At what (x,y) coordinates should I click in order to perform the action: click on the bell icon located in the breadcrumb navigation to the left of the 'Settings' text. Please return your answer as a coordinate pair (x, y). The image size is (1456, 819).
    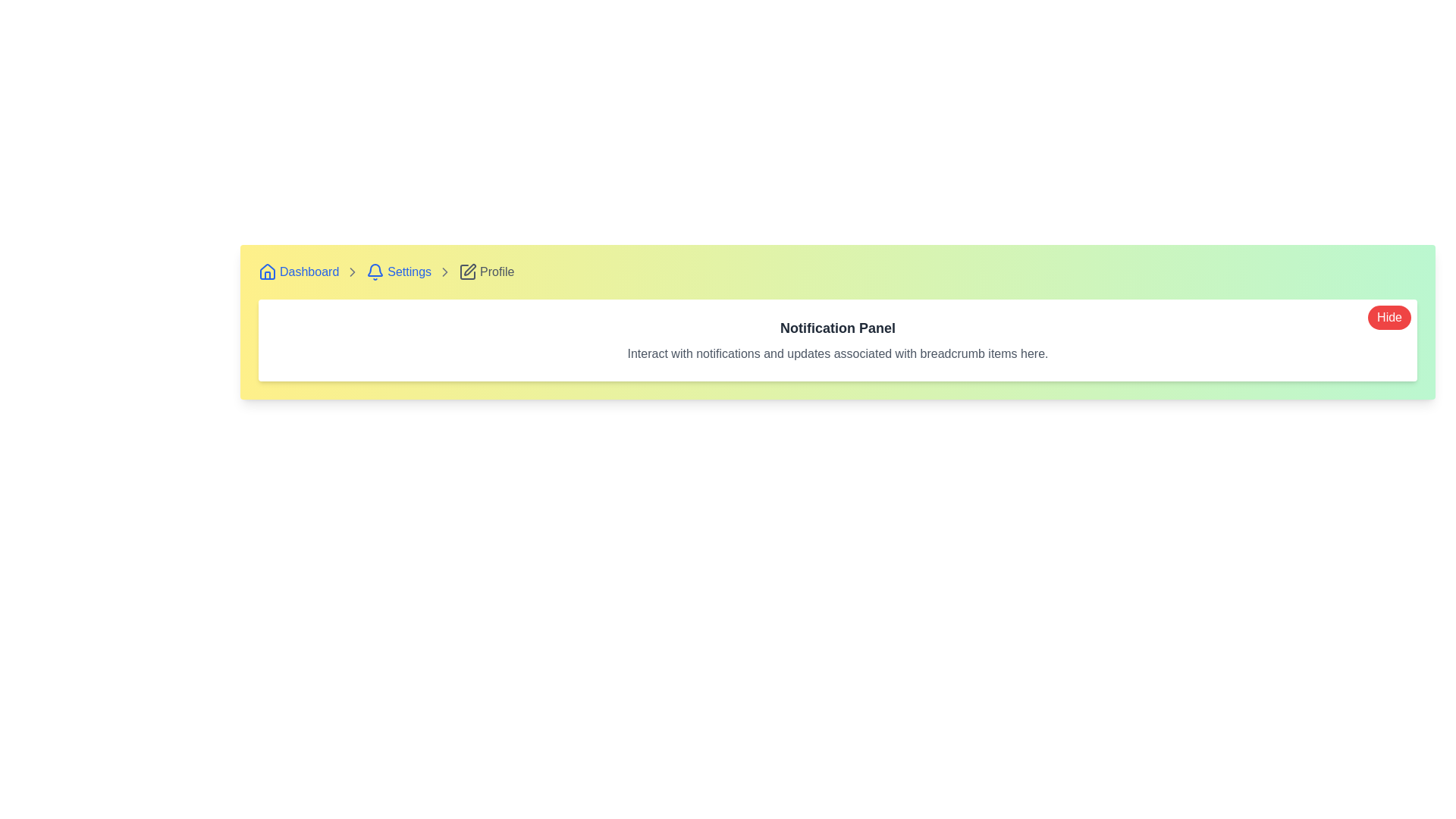
    Looking at the image, I should click on (375, 271).